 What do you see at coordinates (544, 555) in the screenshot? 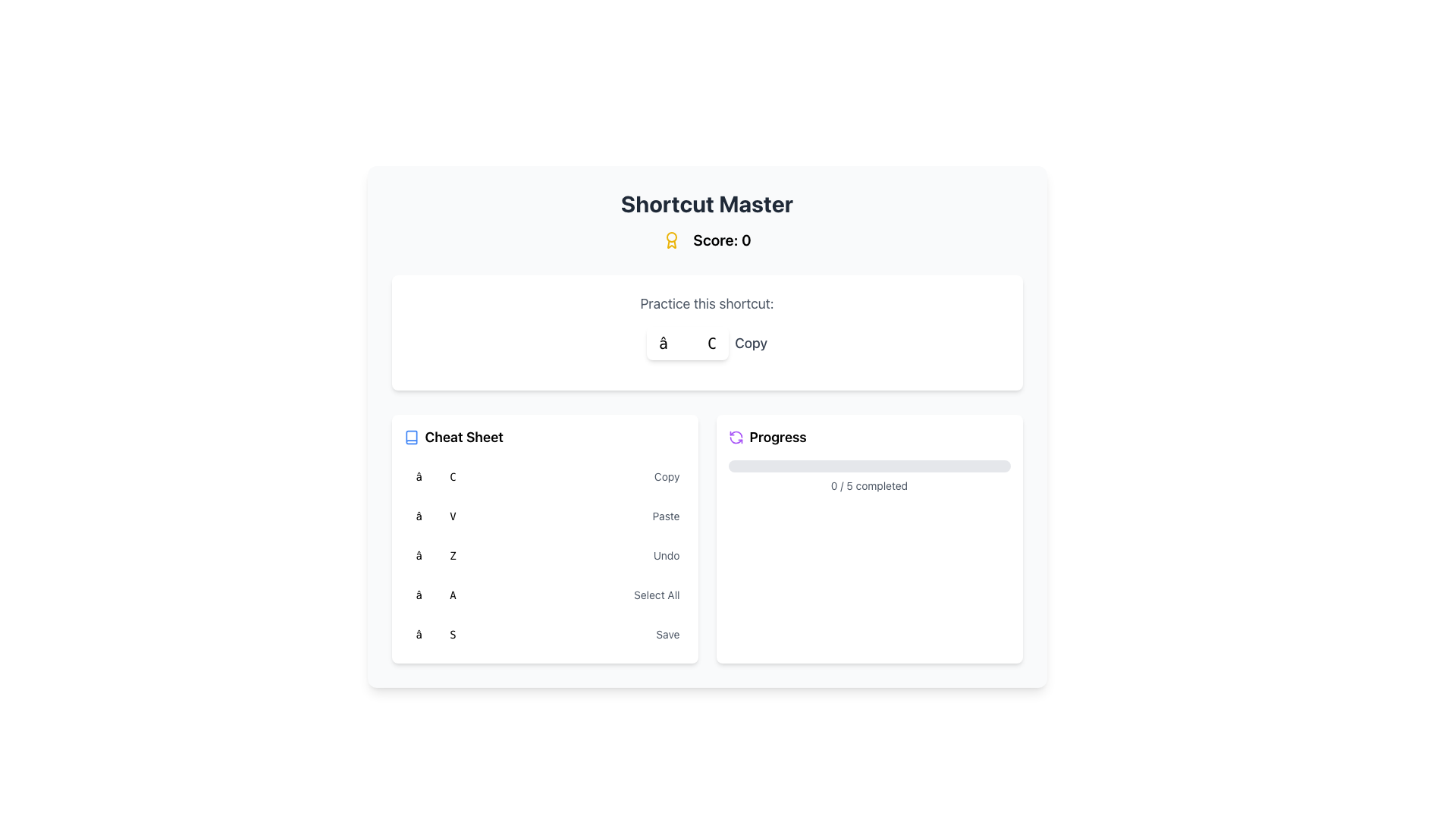
I see `the information displayed in the 'Undo' label, which is part of a horizontally-aligned component with a red square containing '⌘ Z' on the left and 'Undo' text on the right` at bounding box center [544, 555].